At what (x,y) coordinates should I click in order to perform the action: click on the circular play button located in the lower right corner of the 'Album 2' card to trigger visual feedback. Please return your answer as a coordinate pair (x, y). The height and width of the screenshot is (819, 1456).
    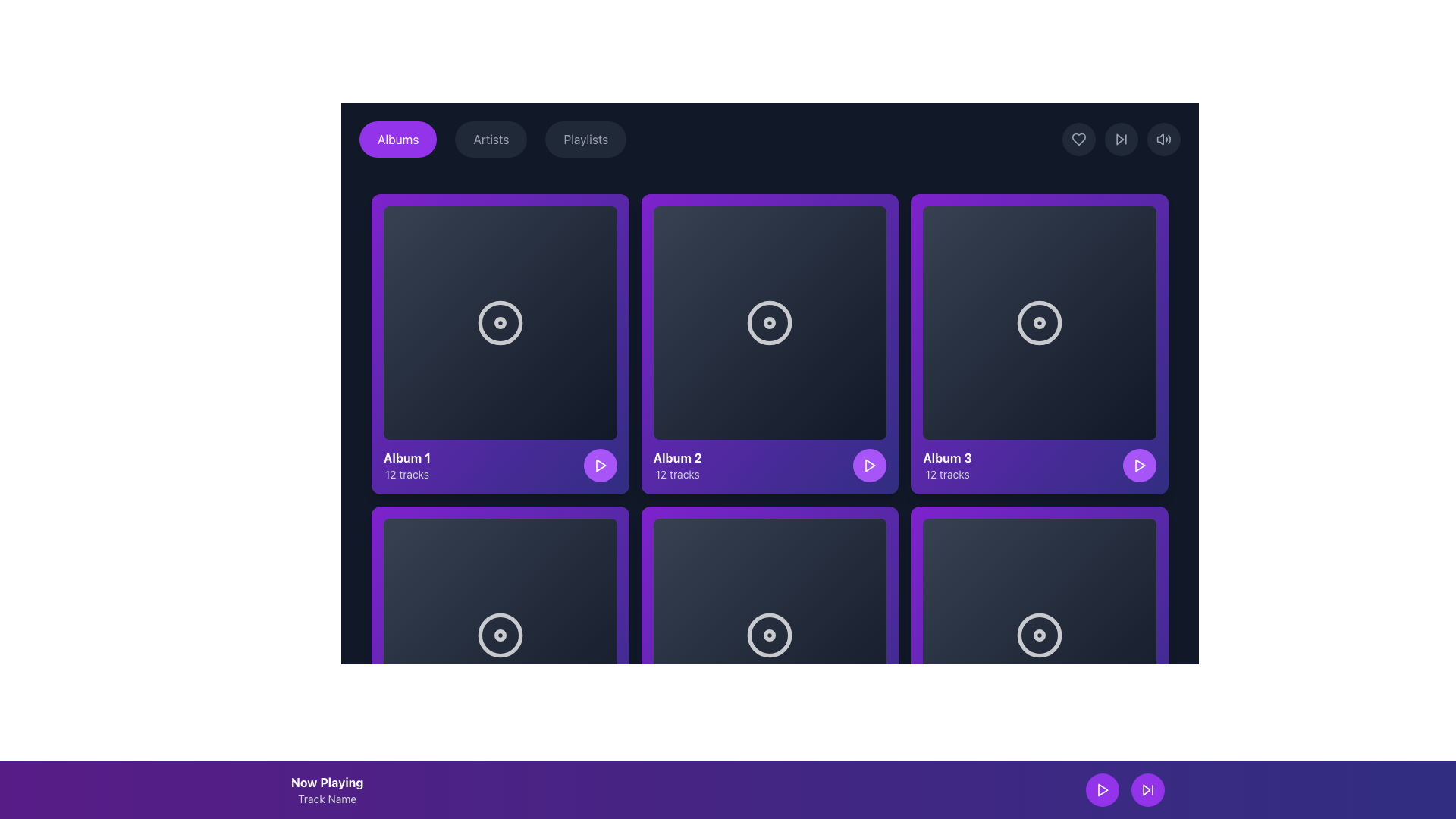
    Looking at the image, I should click on (599, 464).